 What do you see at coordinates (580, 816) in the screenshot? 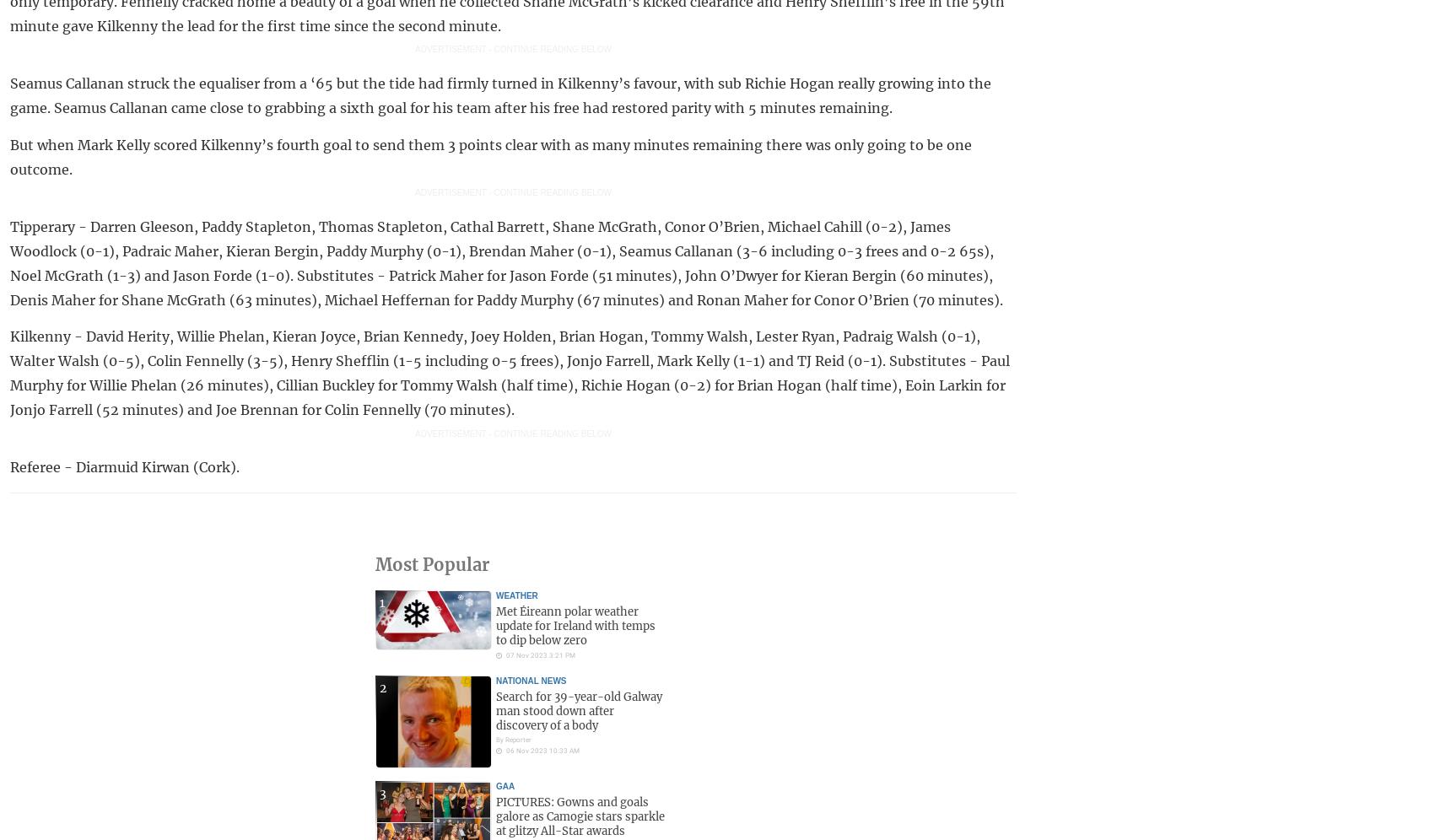
I see `'PICTURES: Gowns and goals galore as Camogie stars sparkle at glitzy All-Star awards'` at bounding box center [580, 816].